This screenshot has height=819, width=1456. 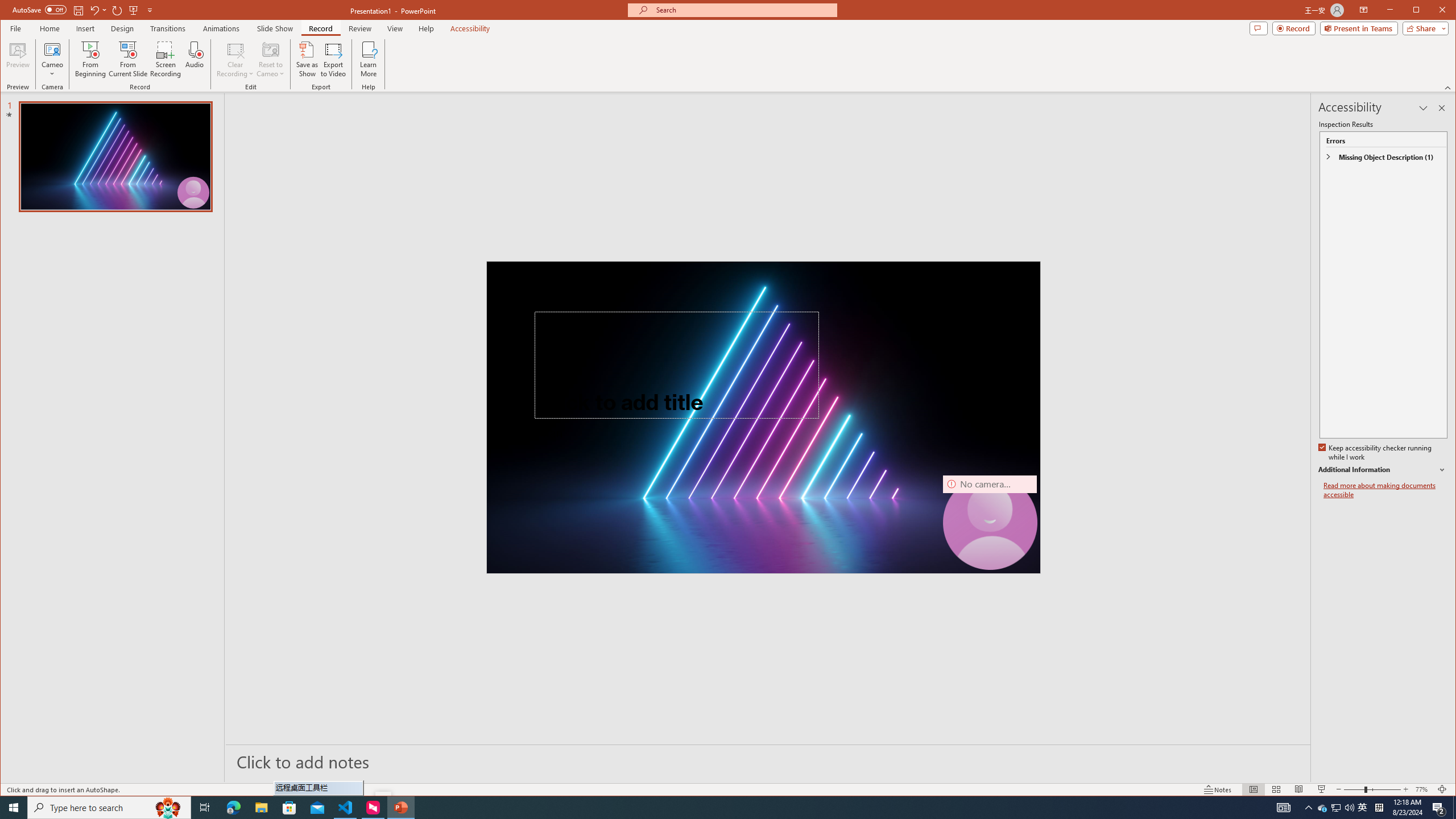 What do you see at coordinates (53, 59) in the screenshot?
I see `'Cameo'` at bounding box center [53, 59].